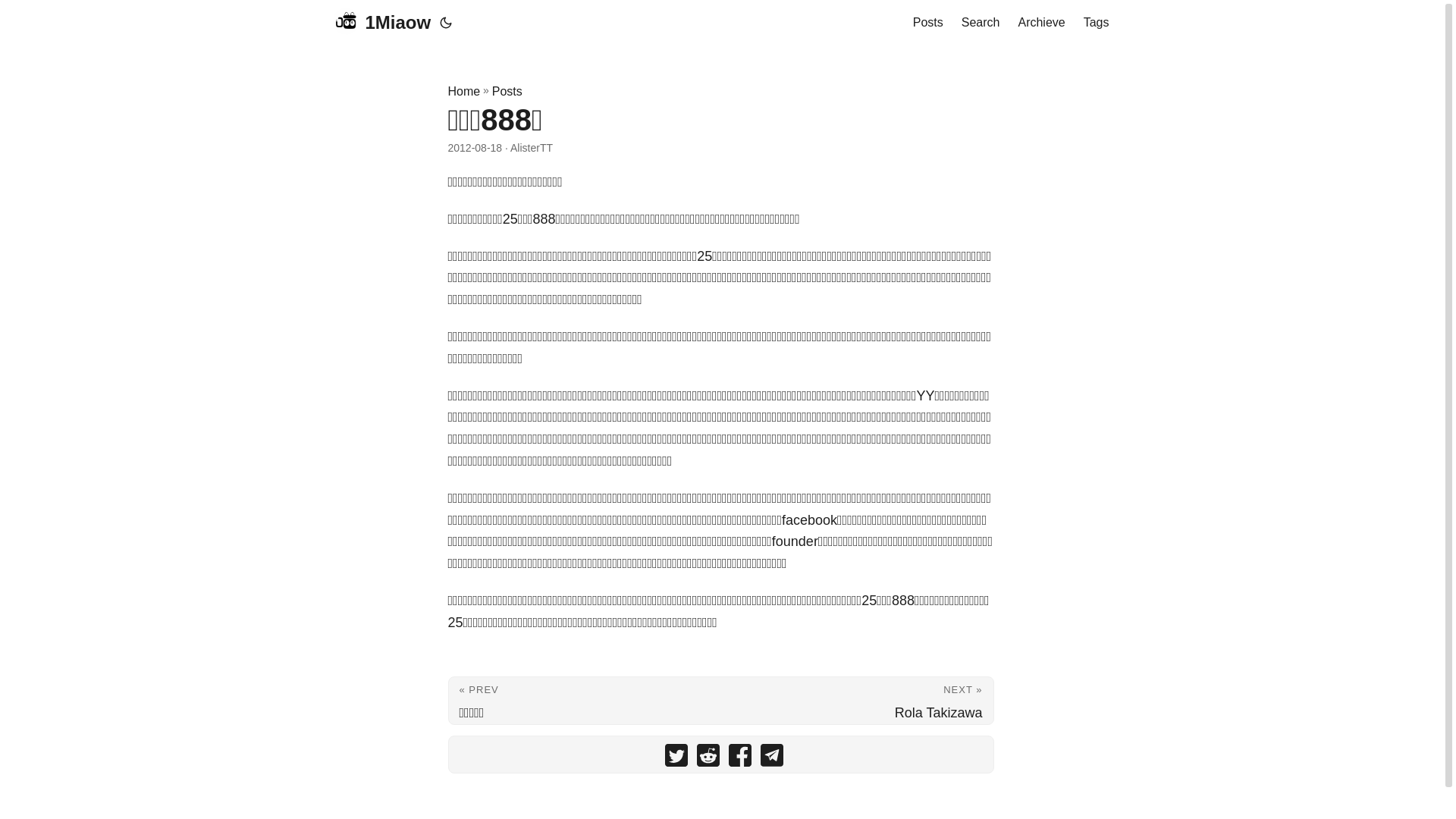 The width and height of the screenshot is (1456, 819). What do you see at coordinates (381, 23) in the screenshot?
I see `'1Miaow'` at bounding box center [381, 23].